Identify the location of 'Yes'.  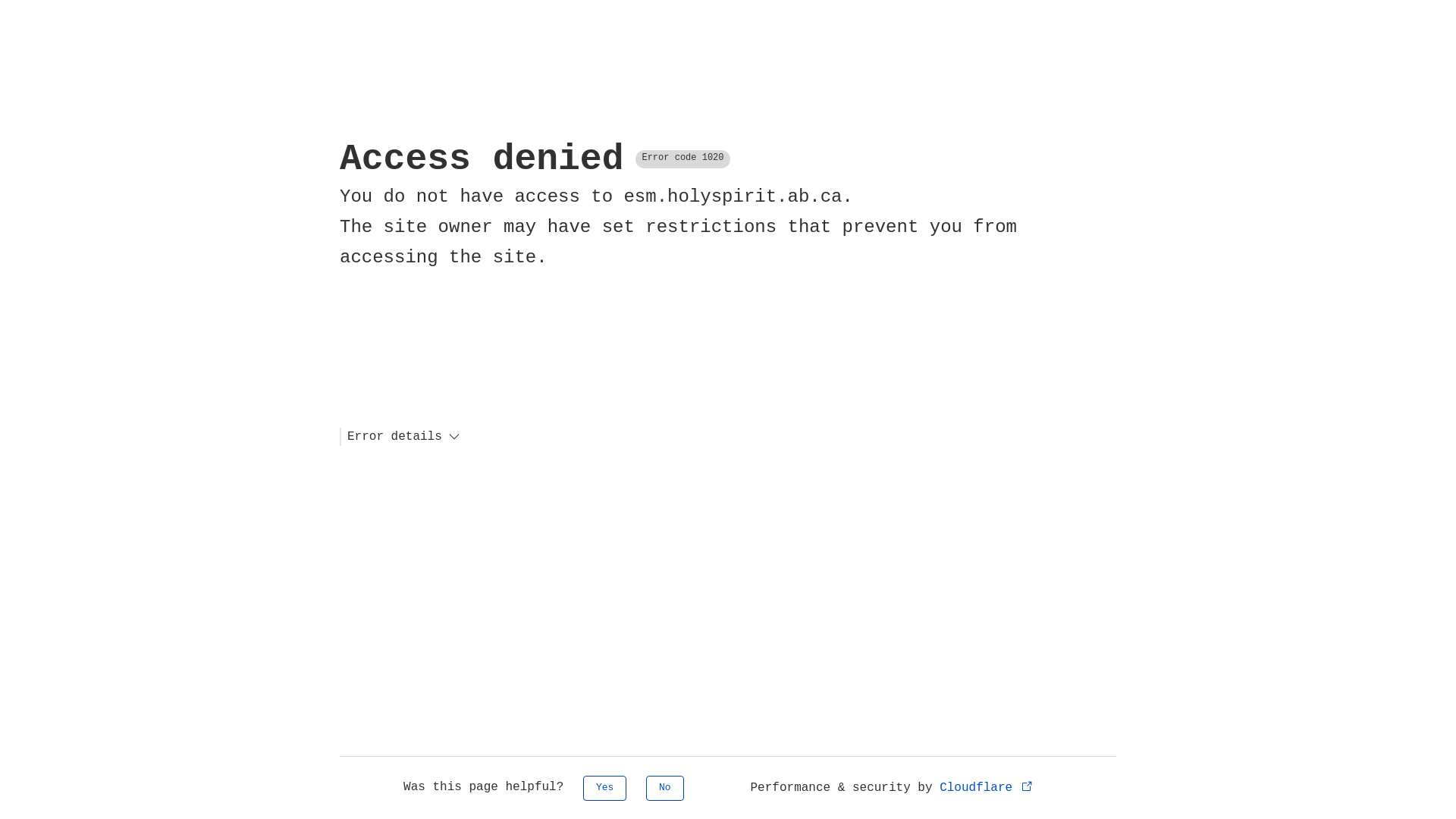
(604, 787).